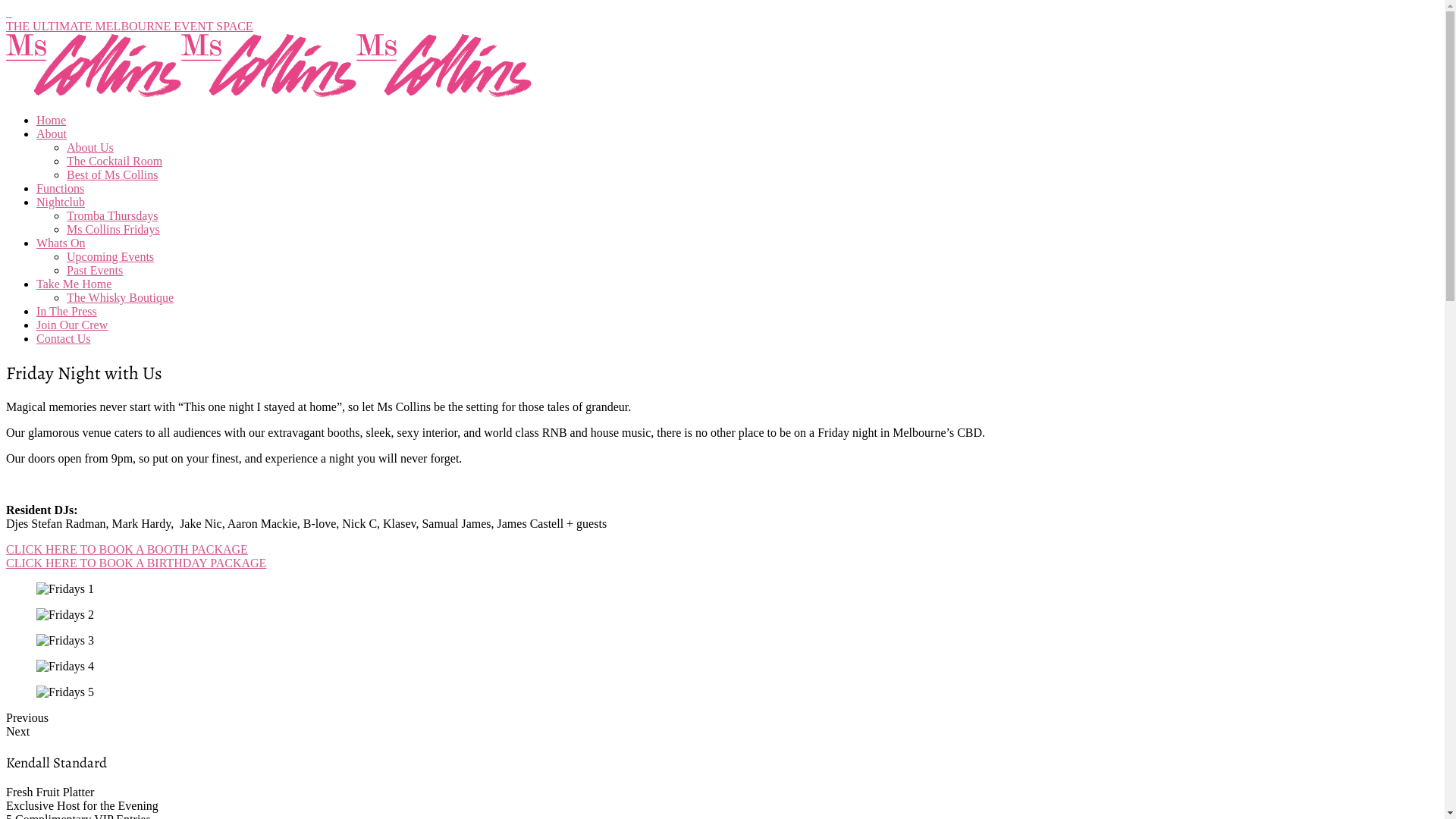  Describe the element at coordinates (65, 161) in the screenshot. I see `'The Cocktail Room'` at that location.